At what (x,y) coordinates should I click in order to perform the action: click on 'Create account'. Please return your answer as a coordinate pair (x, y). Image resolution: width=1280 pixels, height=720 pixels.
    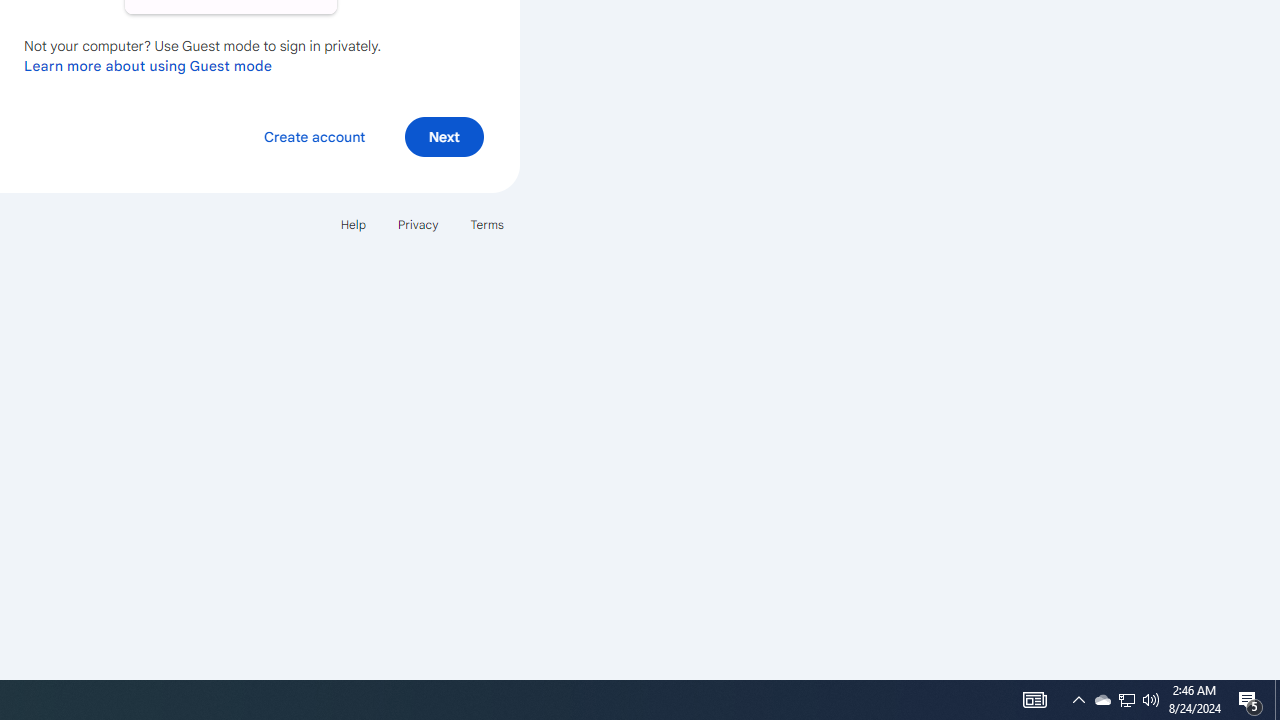
    Looking at the image, I should click on (313, 135).